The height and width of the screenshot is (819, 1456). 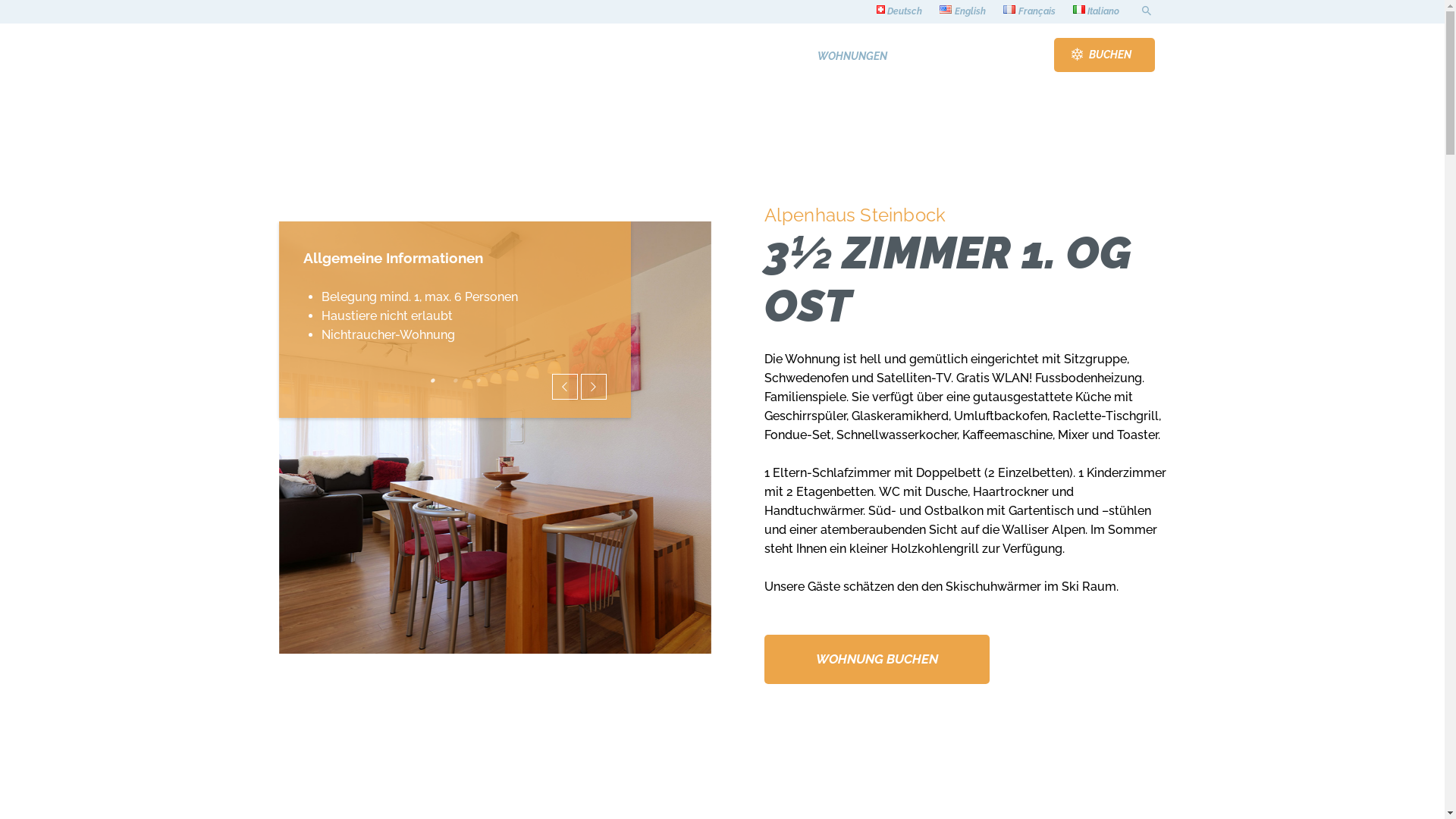 What do you see at coordinates (867, 11) in the screenshot?
I see `'Deutsch'` at bounding box center [867, 11].